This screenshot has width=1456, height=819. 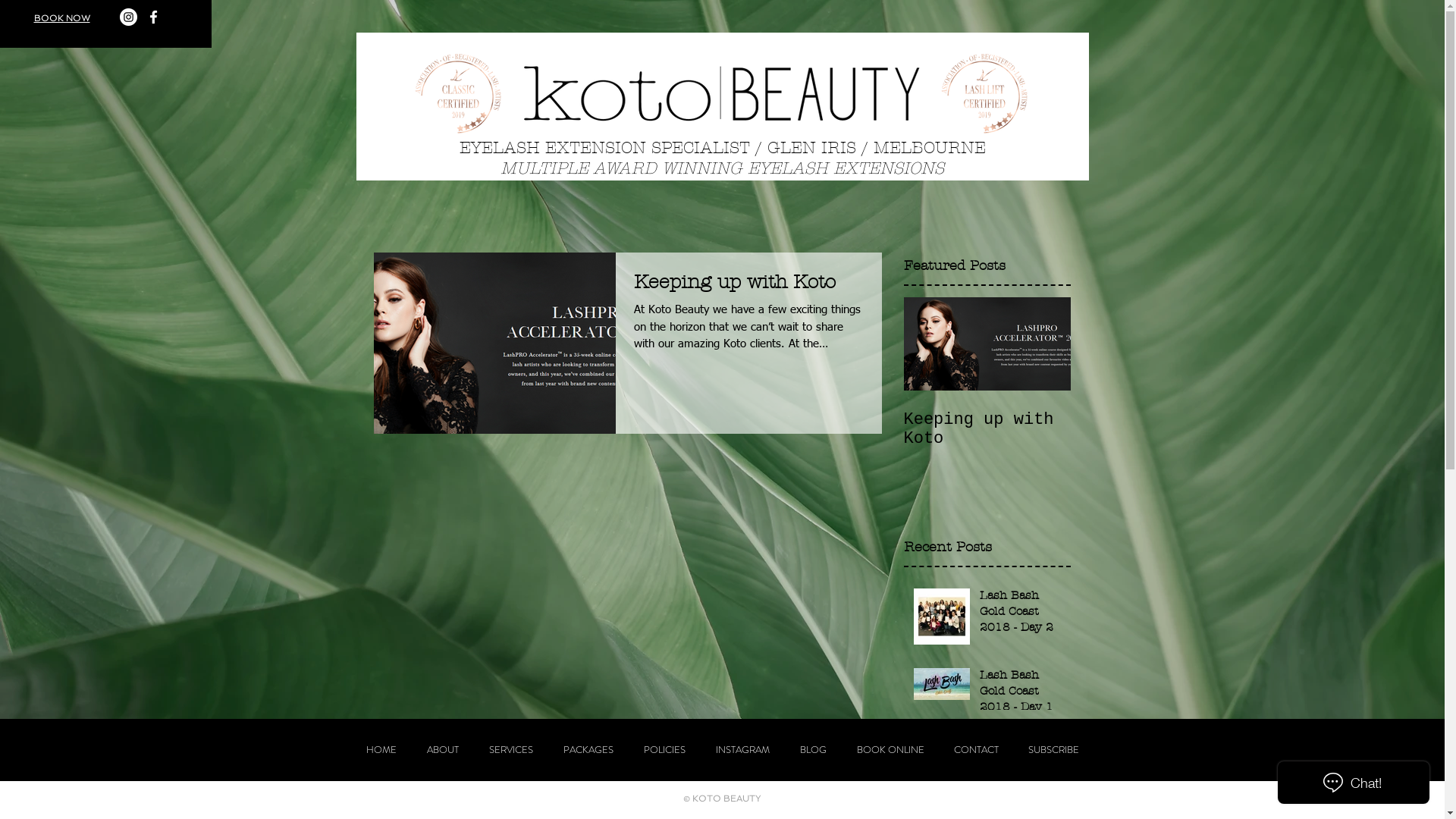 I want to click on 'SERVICES', so click(x=510, y=748).